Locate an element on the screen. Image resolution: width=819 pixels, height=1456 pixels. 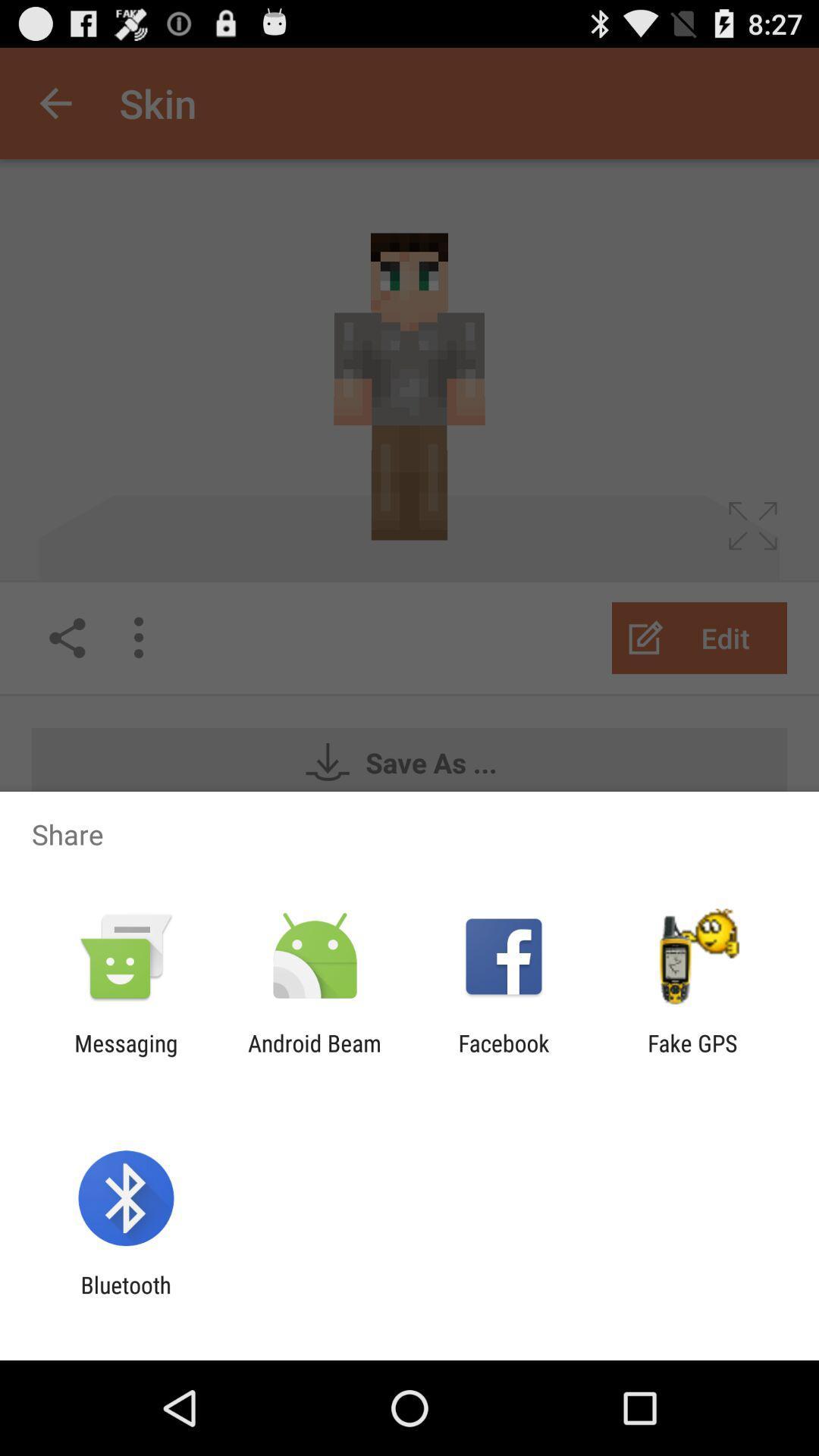
the icon to the right of messaging is located at coordinates (314, 1056).